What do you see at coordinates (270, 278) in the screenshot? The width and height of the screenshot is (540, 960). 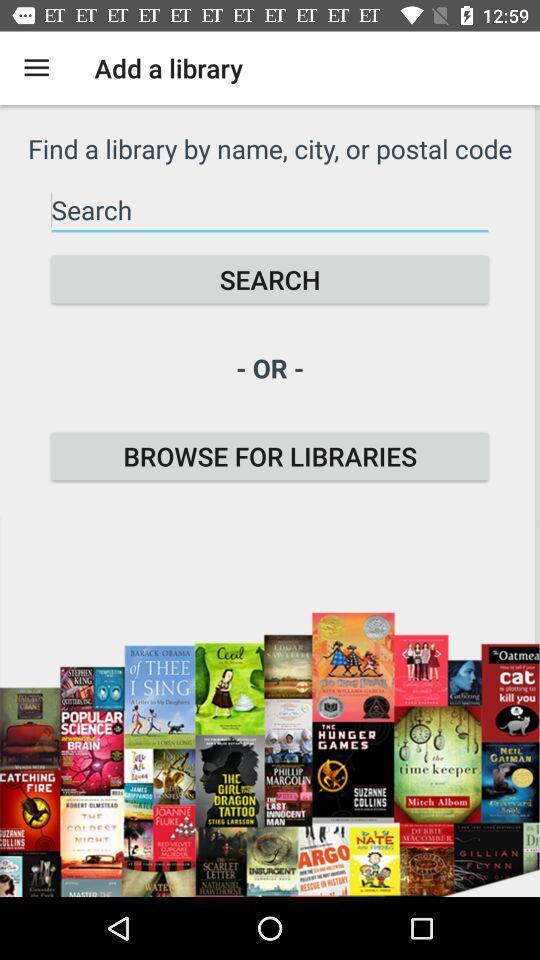 I see `the search` at bounding box center [270, 278].